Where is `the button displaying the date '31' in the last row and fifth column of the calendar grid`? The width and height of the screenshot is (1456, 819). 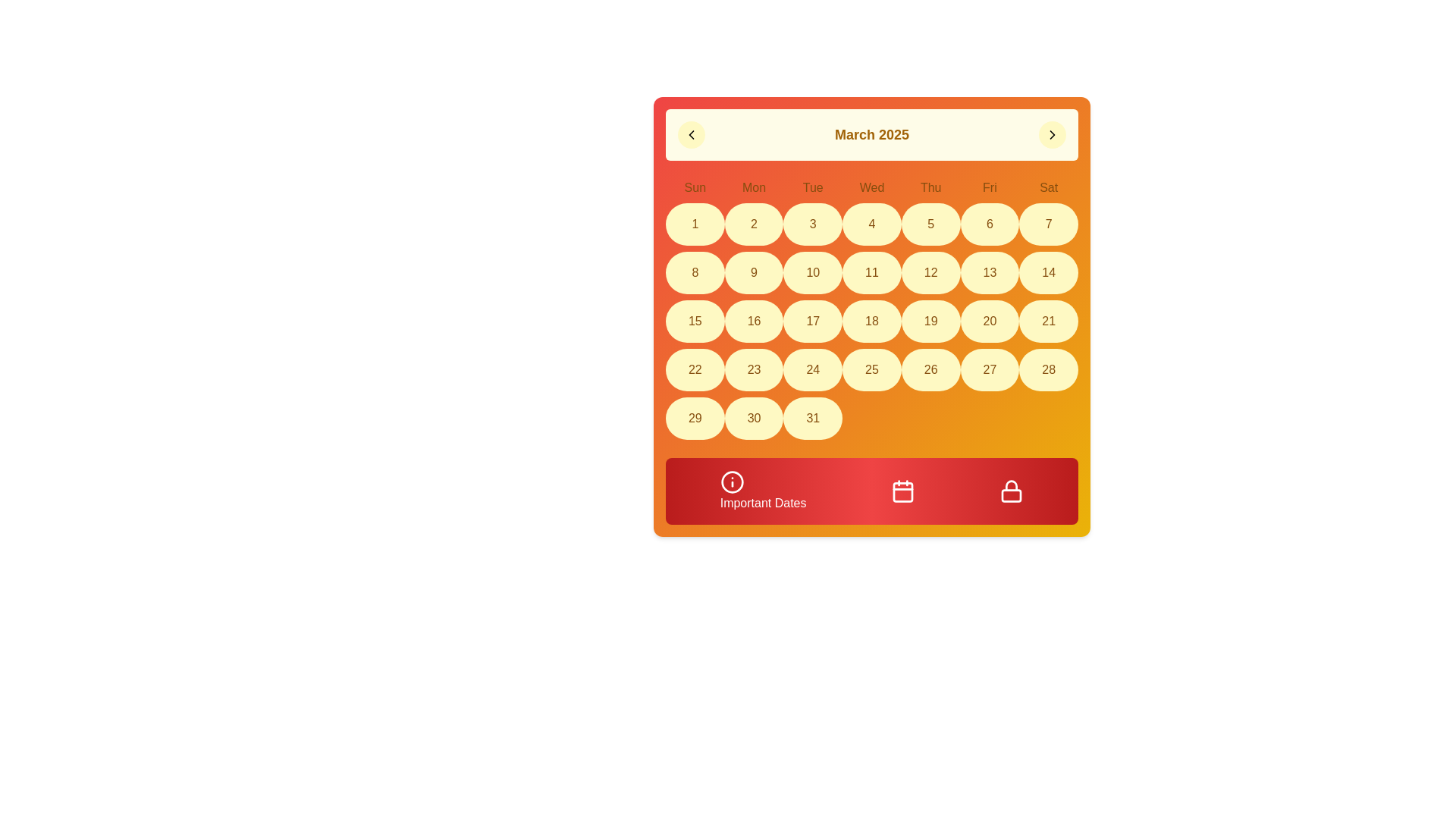
the button displaying the date '31' in the last row and fifth column of the calendar grid is located at coordinates (812, 418).